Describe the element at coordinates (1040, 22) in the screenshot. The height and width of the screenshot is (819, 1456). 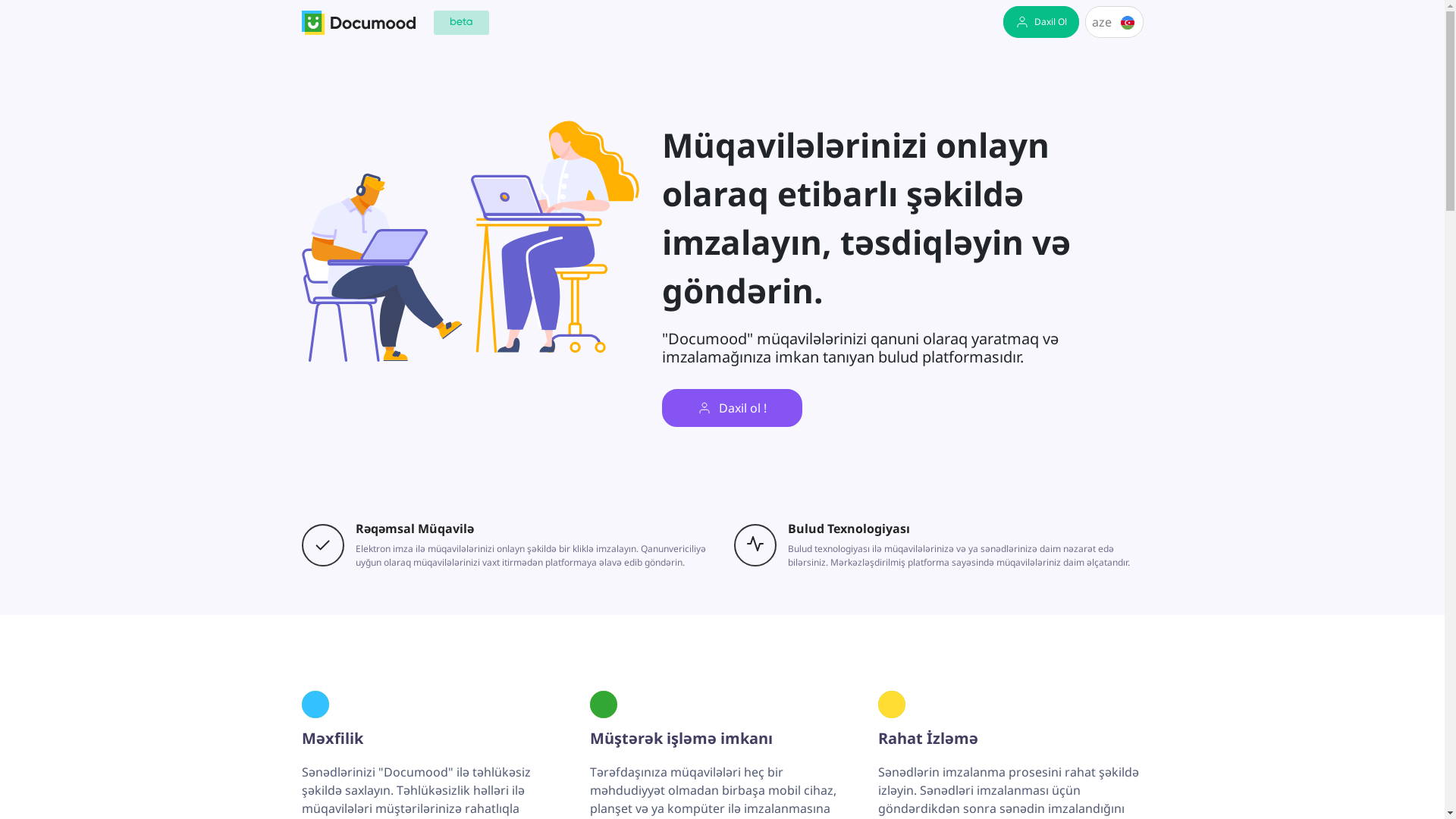
I see `'Daxil Ol'` at that location.